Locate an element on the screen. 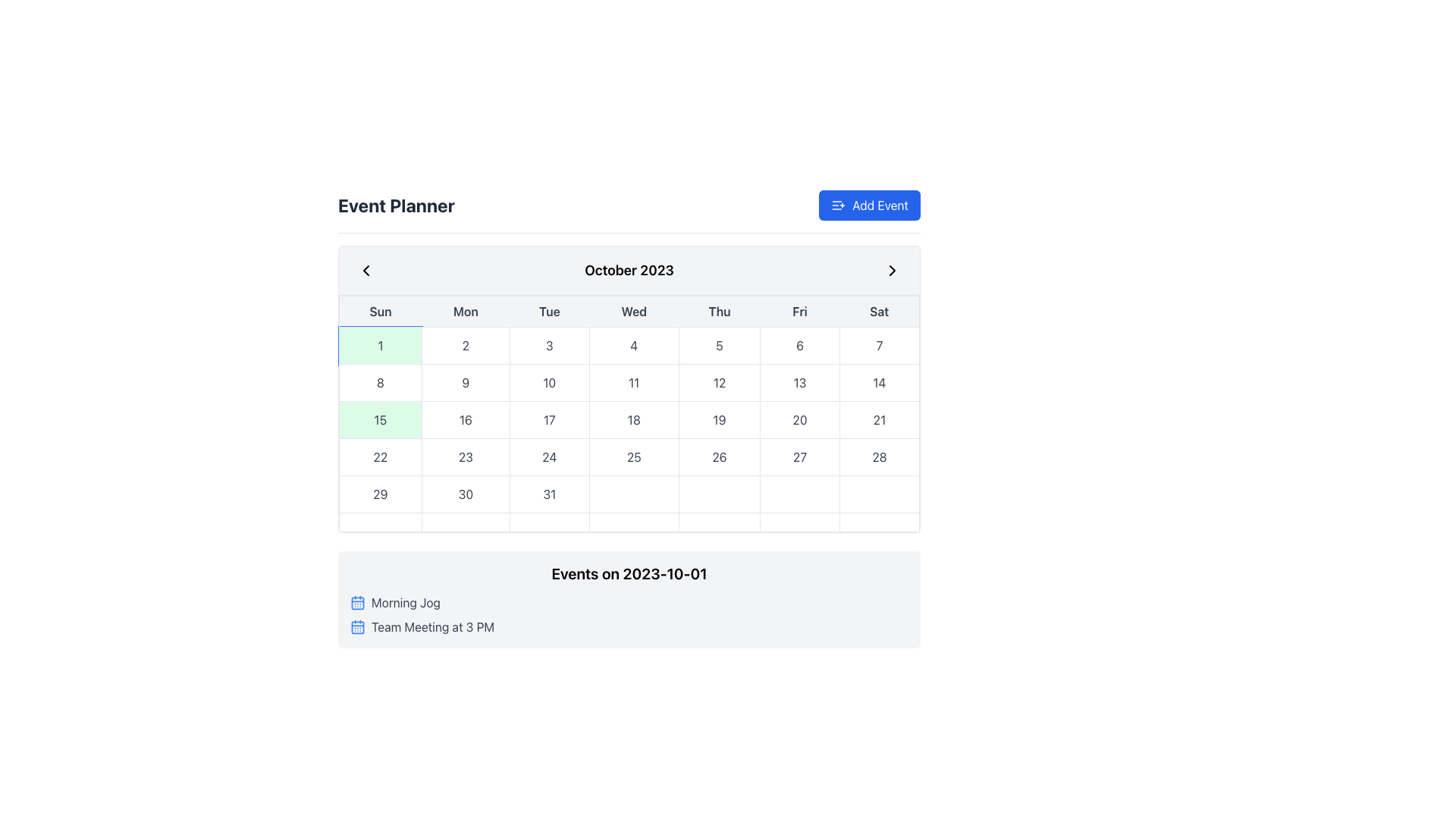 This screenshot has height=819, width=1456. the calendar date entry displaying the number '20' is located at coordinates (799, 420).